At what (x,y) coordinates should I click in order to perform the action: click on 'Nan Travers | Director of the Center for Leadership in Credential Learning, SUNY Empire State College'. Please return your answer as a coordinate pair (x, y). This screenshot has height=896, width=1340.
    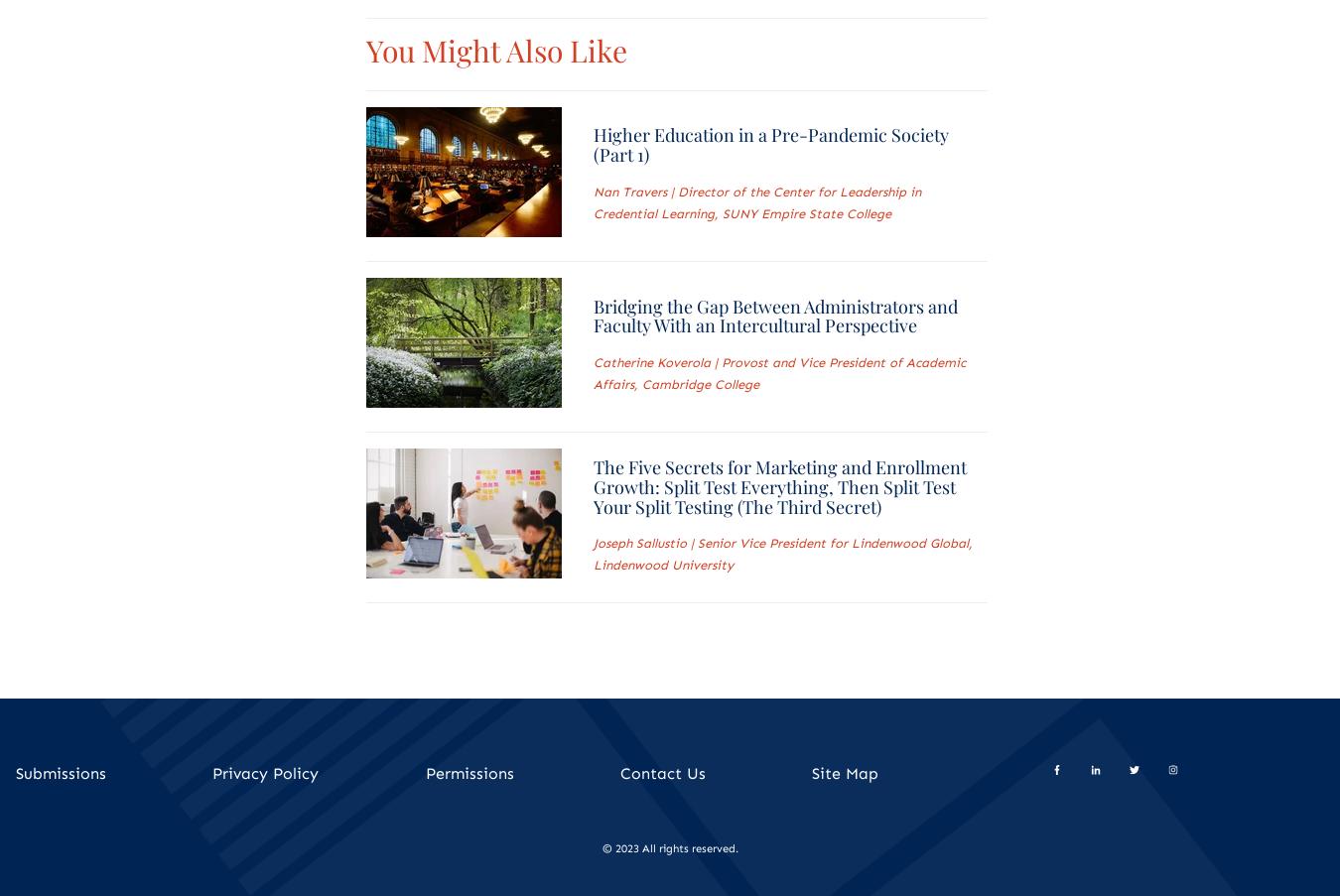
    Looking at the image, I should click on (754, 202).